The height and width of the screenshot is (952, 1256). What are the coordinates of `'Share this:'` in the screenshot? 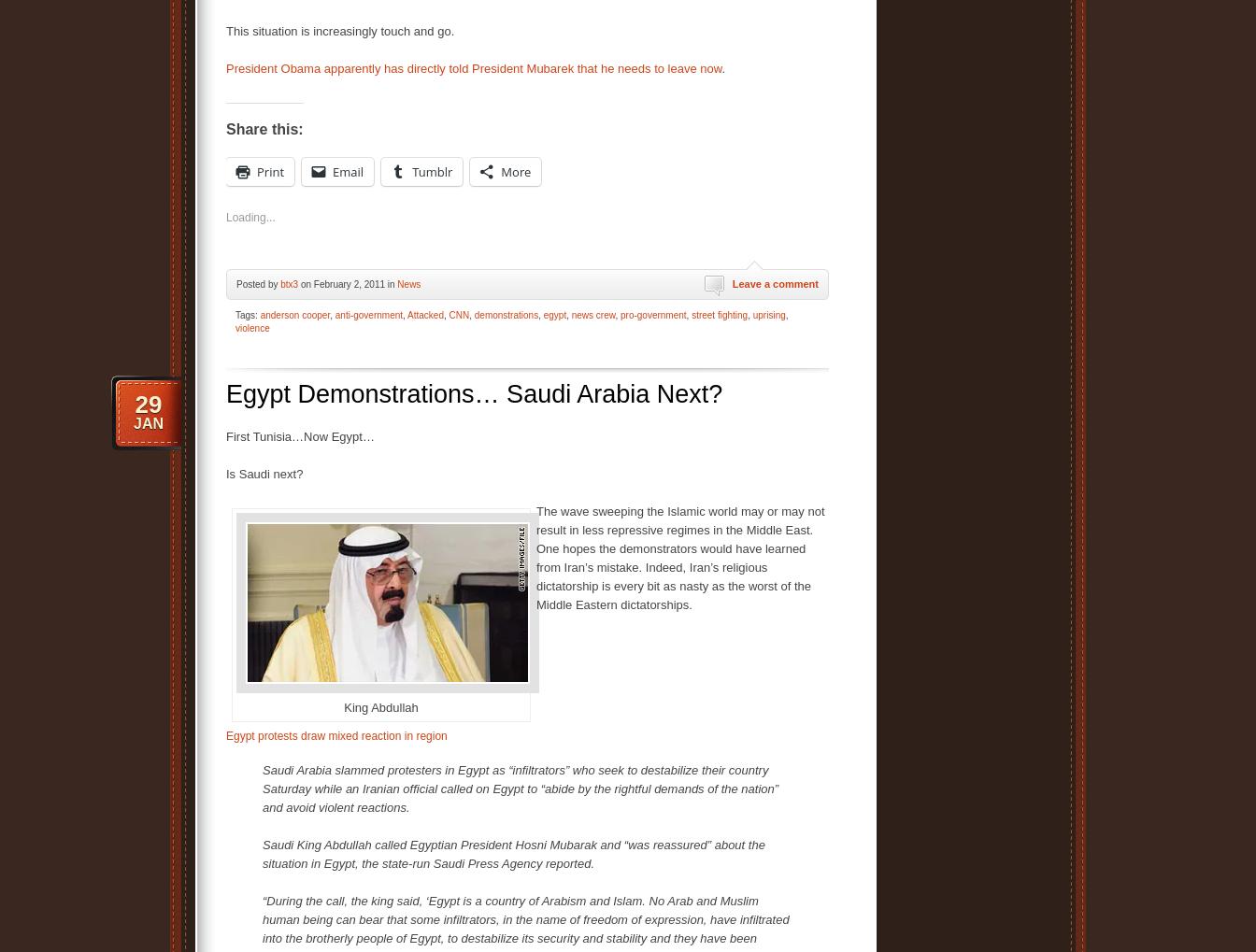 It's located at (264, 128).